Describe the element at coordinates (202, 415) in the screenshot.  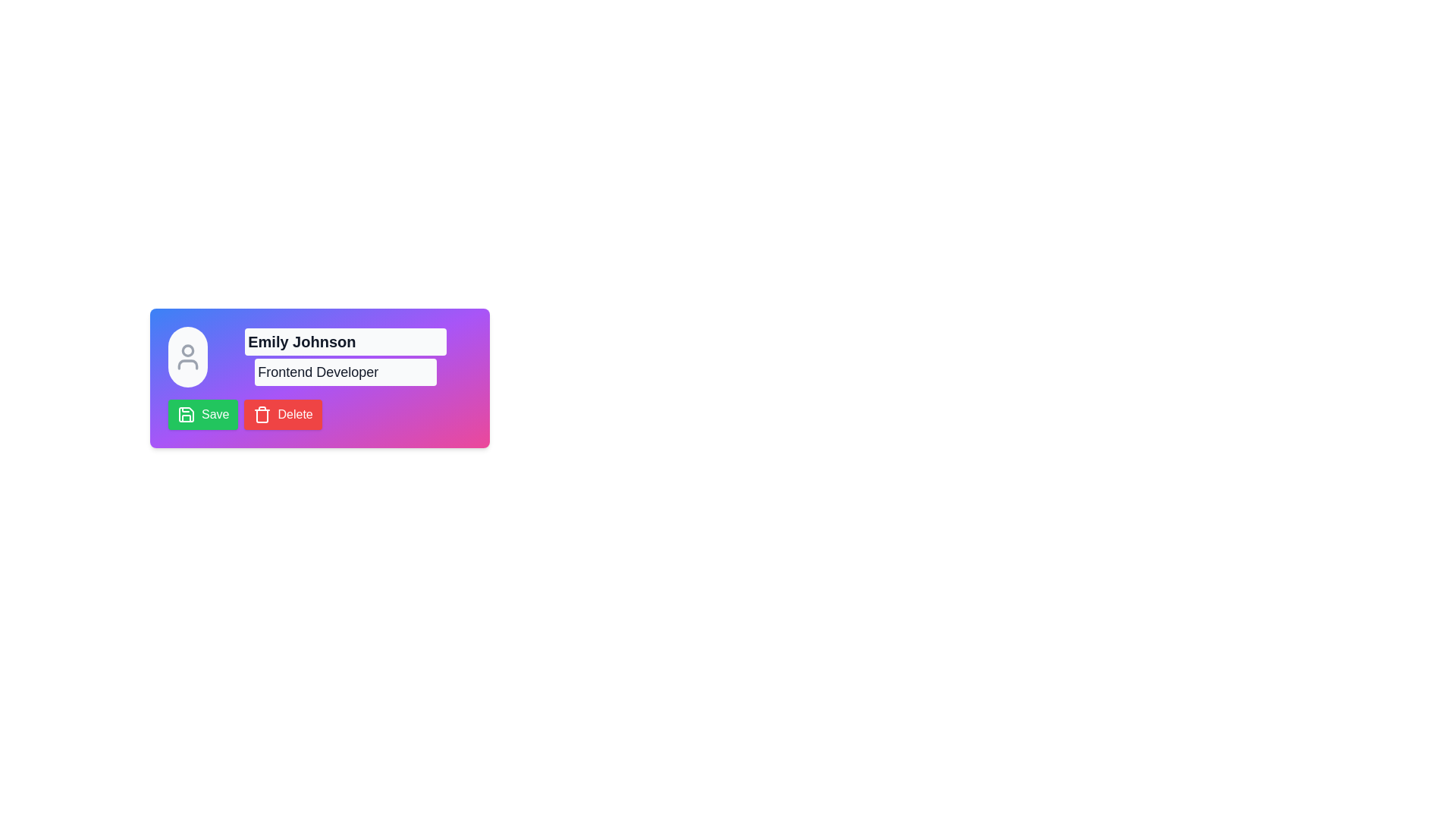
I see `the 'Save' button using the keyboard tab` at that location.